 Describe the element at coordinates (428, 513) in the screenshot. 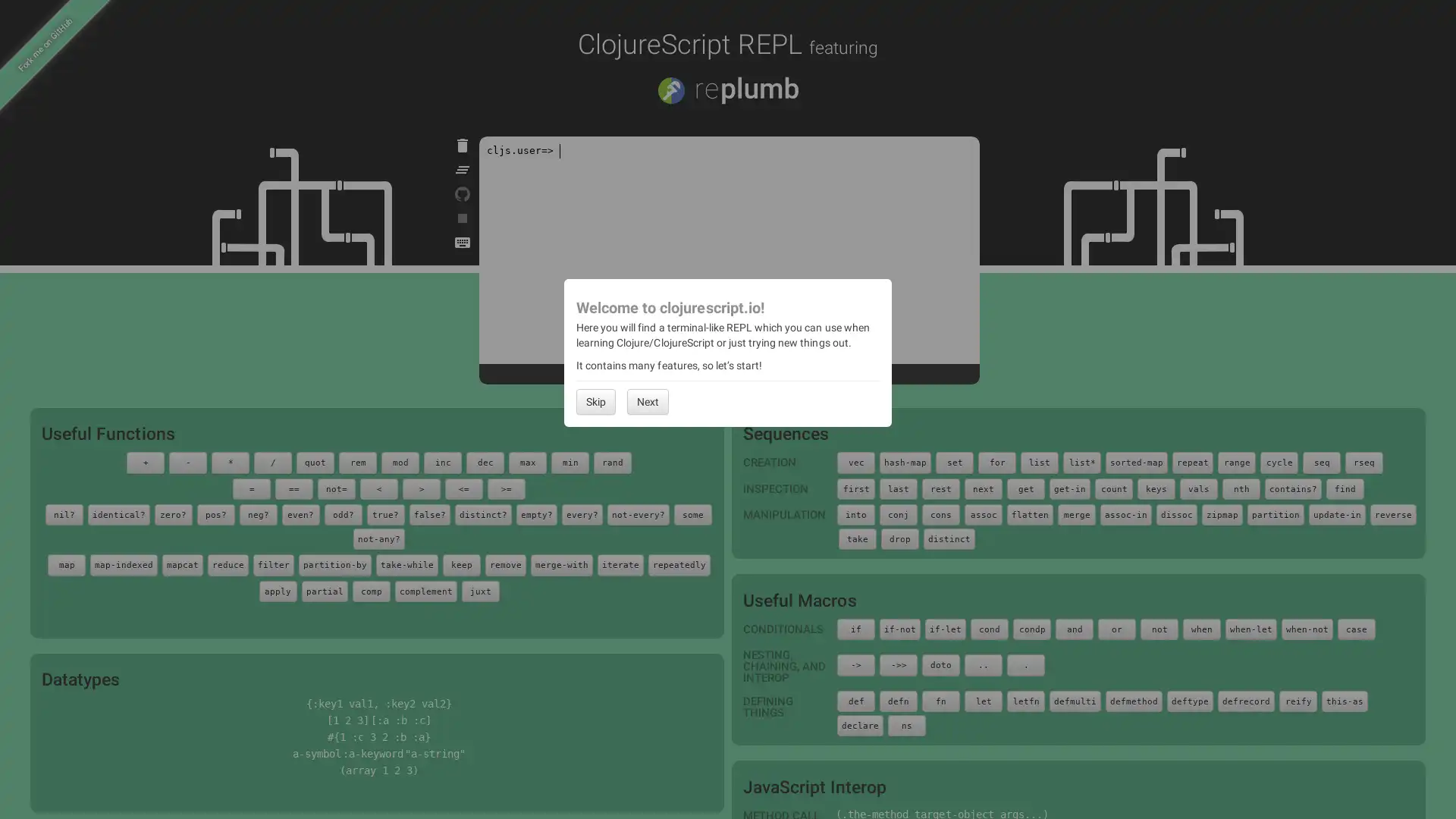

I see `false?` at that location.